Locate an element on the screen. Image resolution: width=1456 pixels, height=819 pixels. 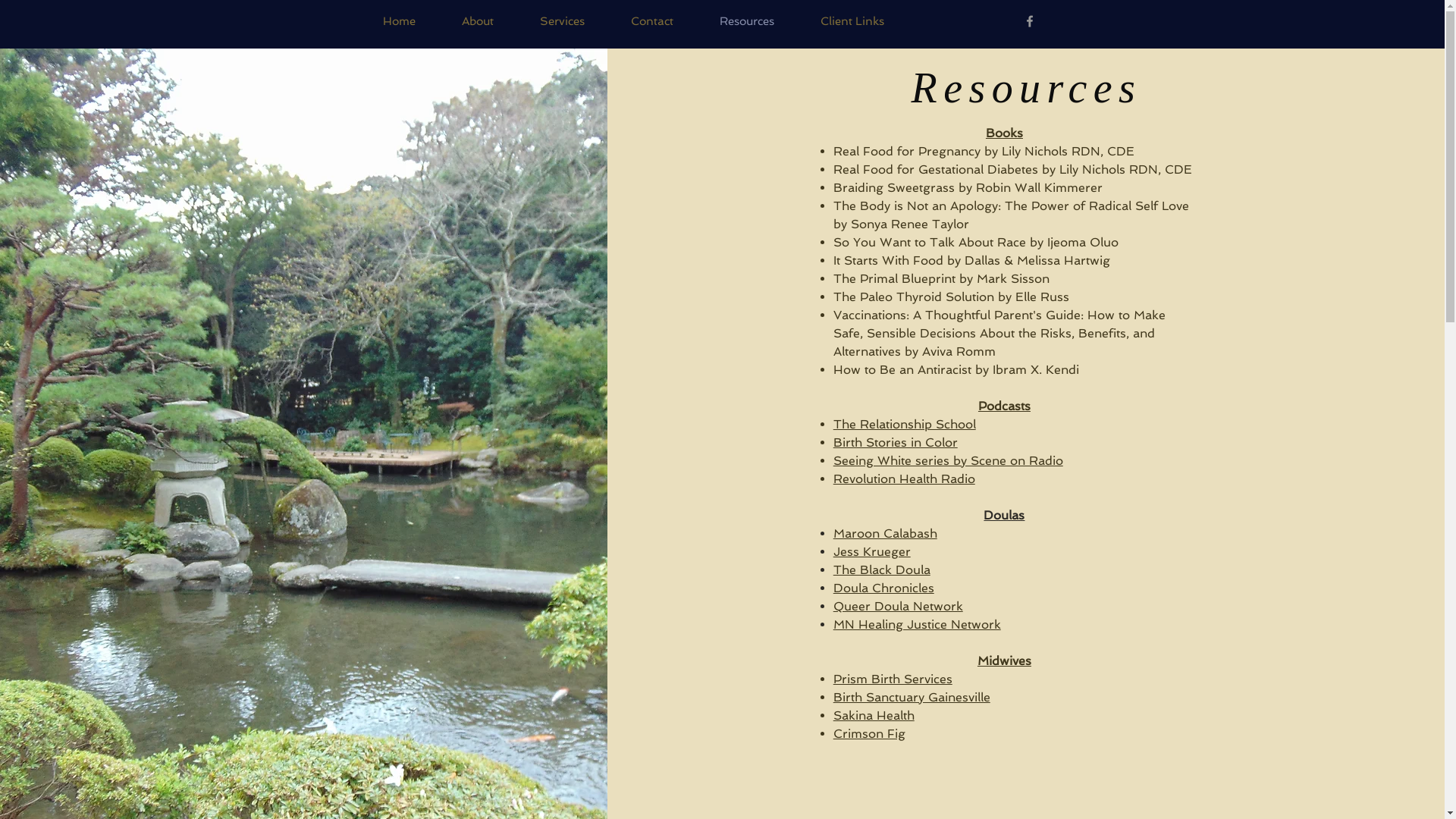
'Resources' is located at coordinates (746, 20).